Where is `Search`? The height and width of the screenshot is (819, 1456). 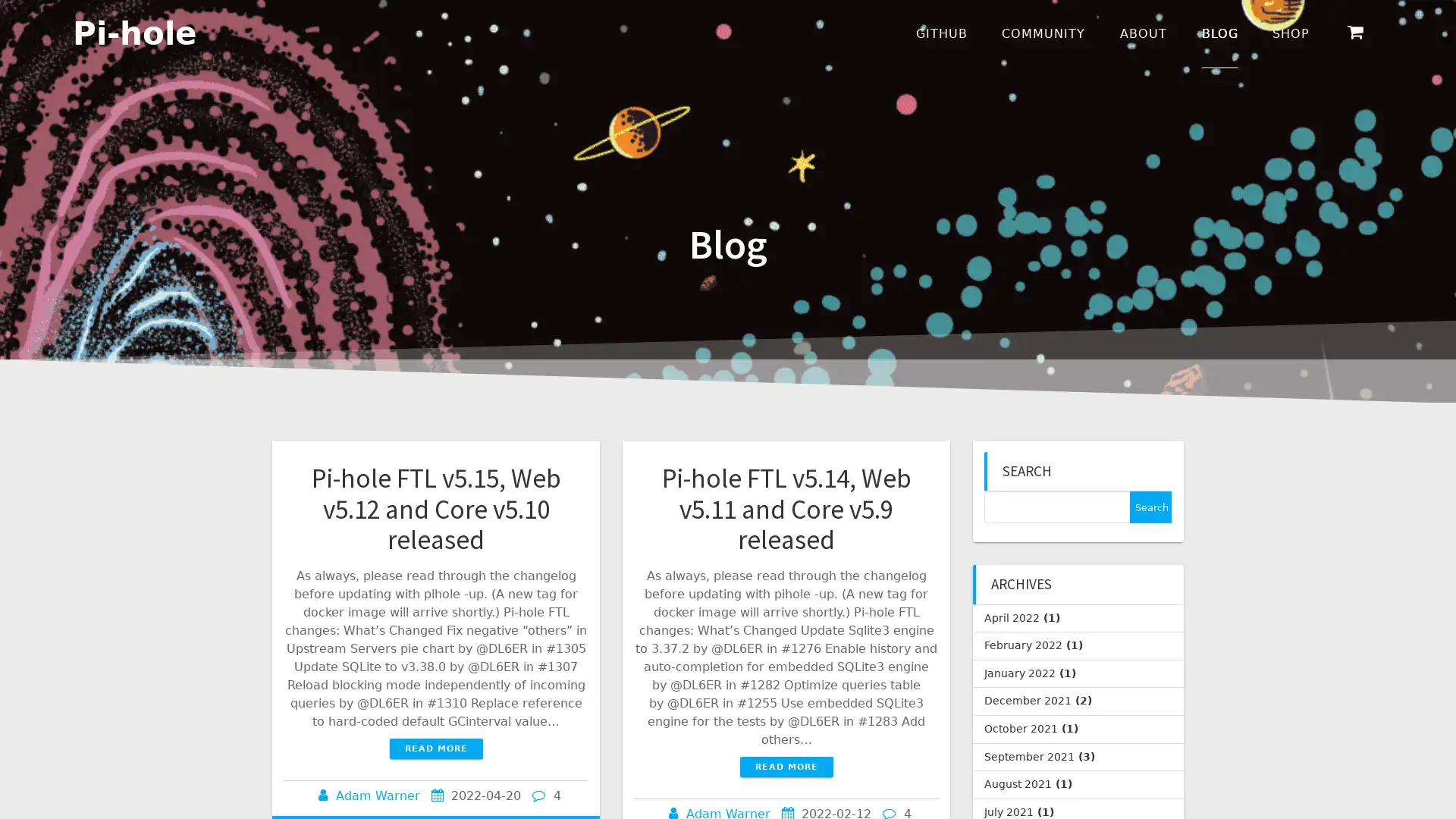 Search is located at coordinates (1150, 507).